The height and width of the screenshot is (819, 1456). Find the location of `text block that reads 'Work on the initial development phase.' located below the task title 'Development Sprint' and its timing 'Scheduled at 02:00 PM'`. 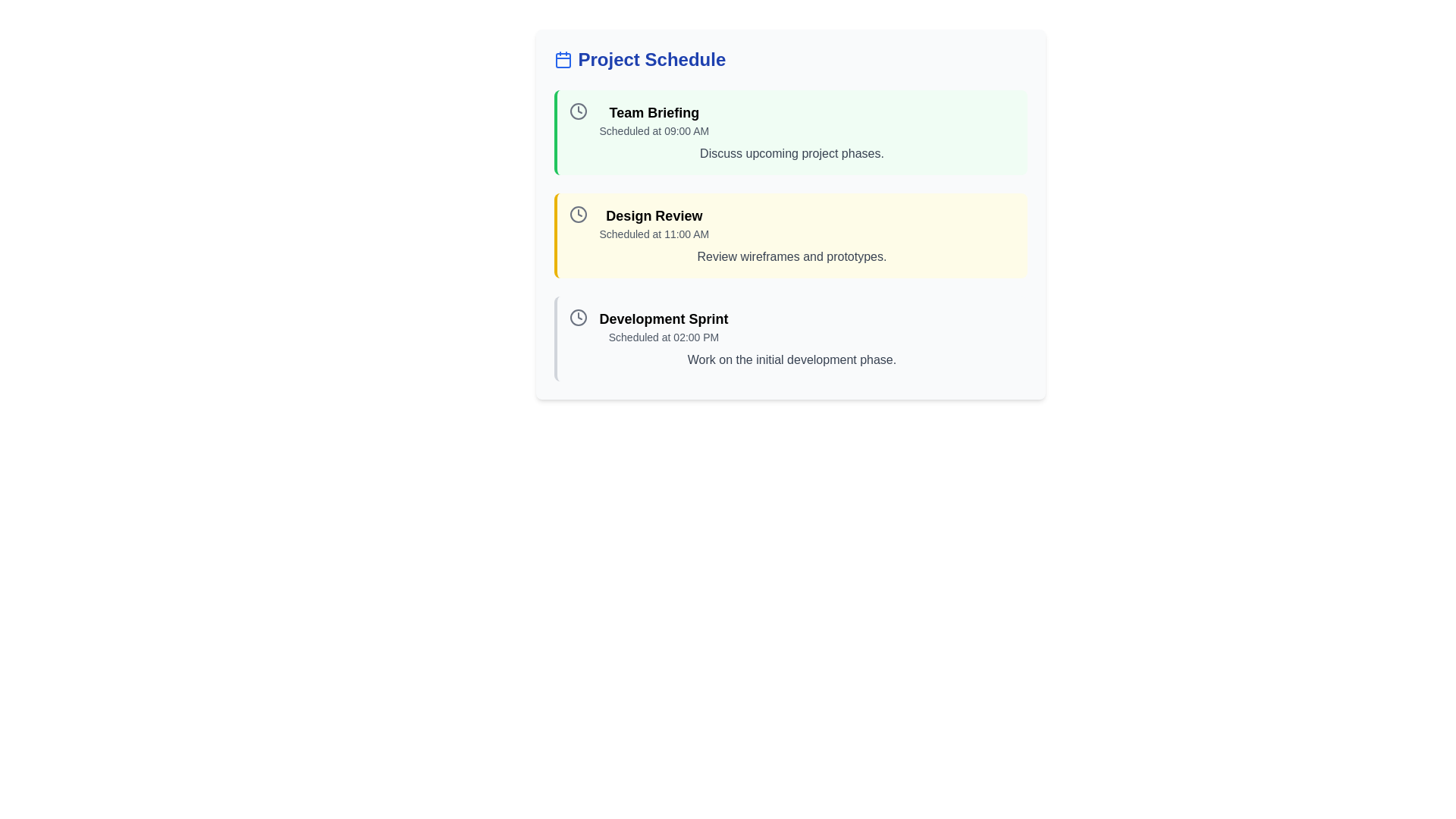

text block that reads 'Work on the initial development phase.' located below the task title 'Development Sprint' and its timing 'Scheduled at 02:00 PM' is located at coordinates (791, 359).